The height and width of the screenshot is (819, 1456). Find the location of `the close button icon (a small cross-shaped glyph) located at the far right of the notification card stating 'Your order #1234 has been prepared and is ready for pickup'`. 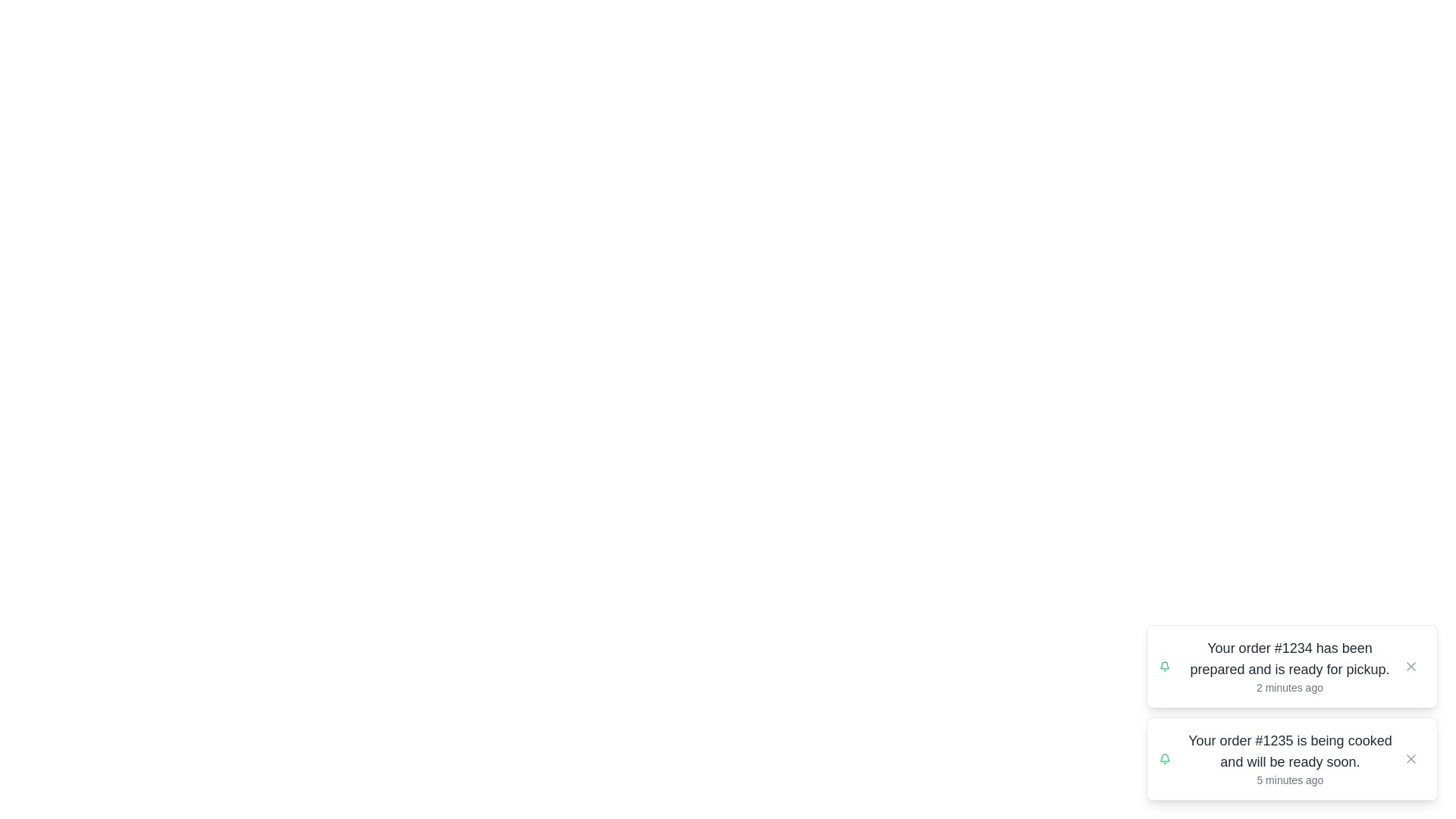

the close button icon (a small cross-shaped glyph) located at the far right of the notification card stating 'Your order #1234 has been prepared and is ready for pickup' is located at coordinates (1410, 666).